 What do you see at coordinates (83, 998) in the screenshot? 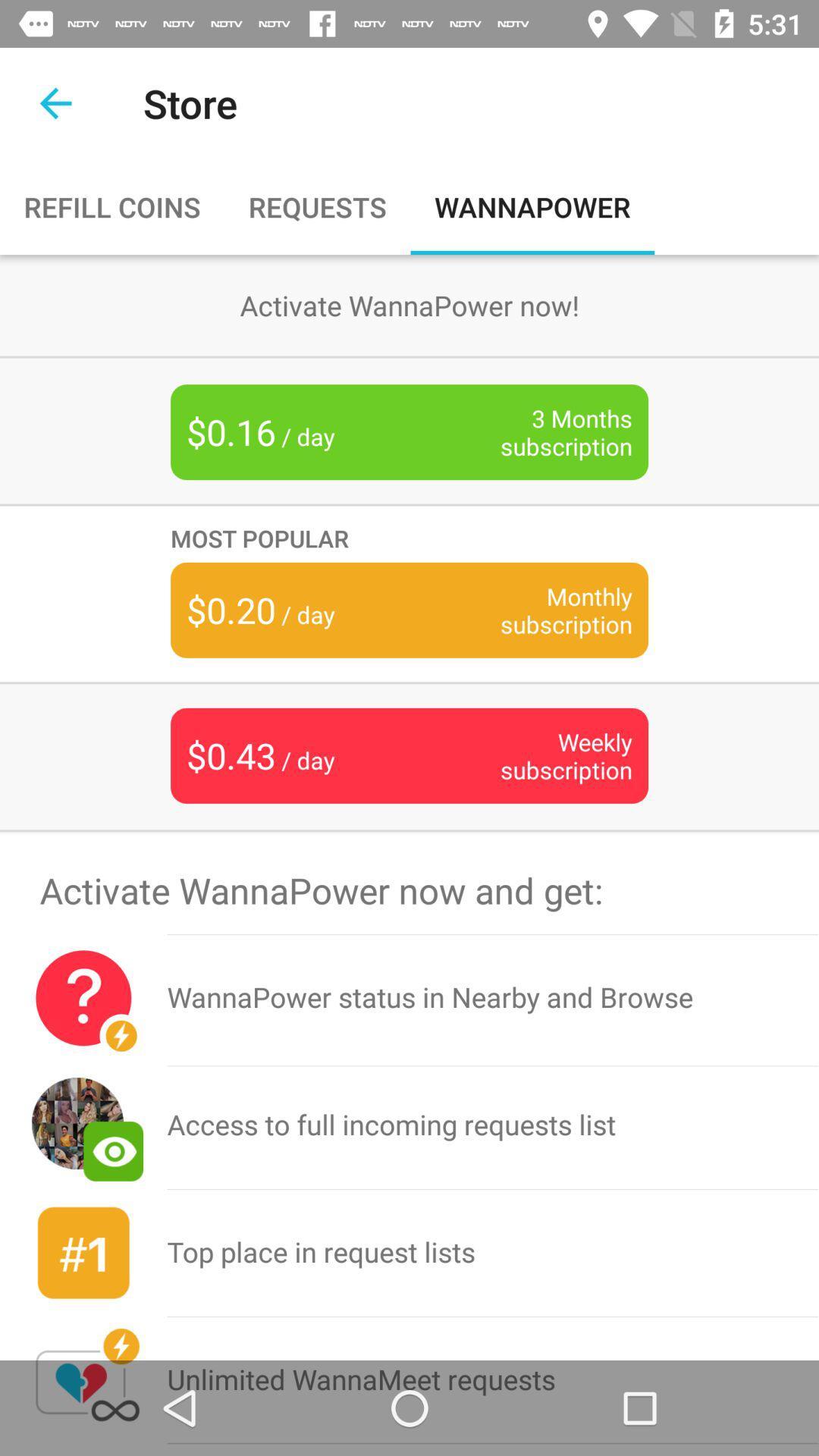
I see `icon to the left of the wannapower status in item` at bounding box center [83, 998].